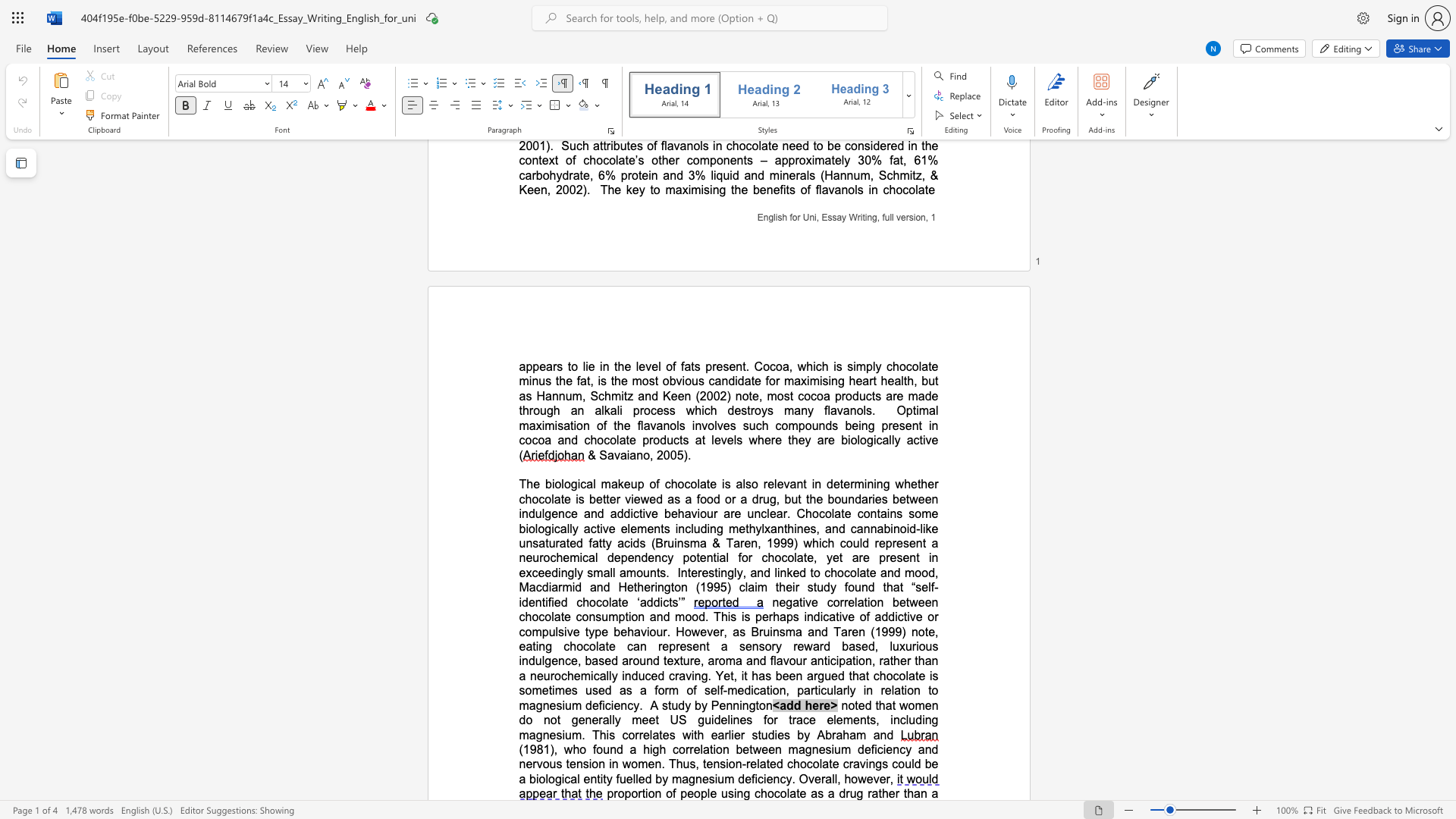 The height and width of the screenshot is (819, 1456). I want to click on the subset text "ind" within the text "a sensory reward based, luxurious indulgence, based around texture,", so click(519, 660).